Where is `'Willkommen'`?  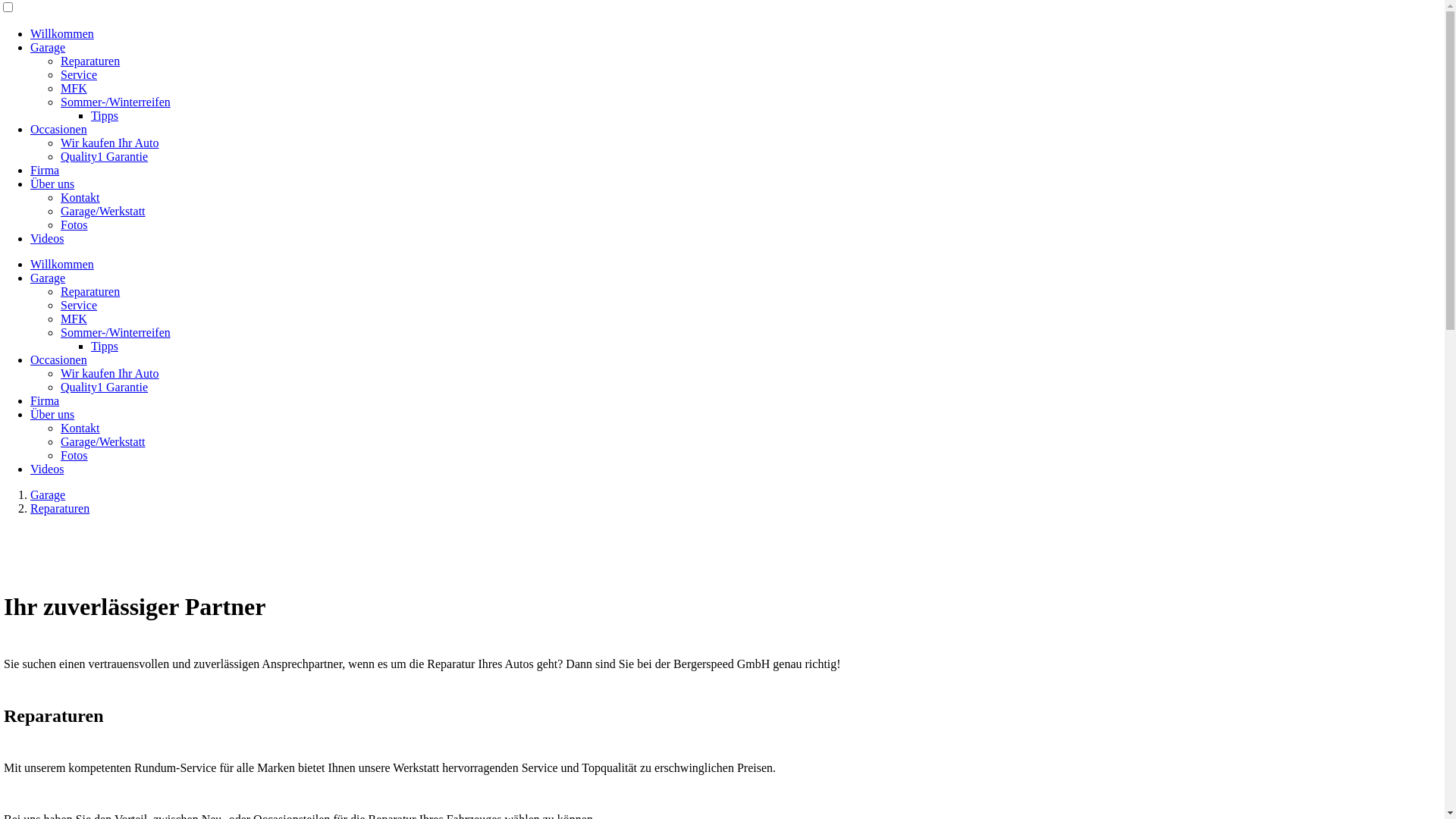 'Willkommen' is located at coordinates (61, 33).